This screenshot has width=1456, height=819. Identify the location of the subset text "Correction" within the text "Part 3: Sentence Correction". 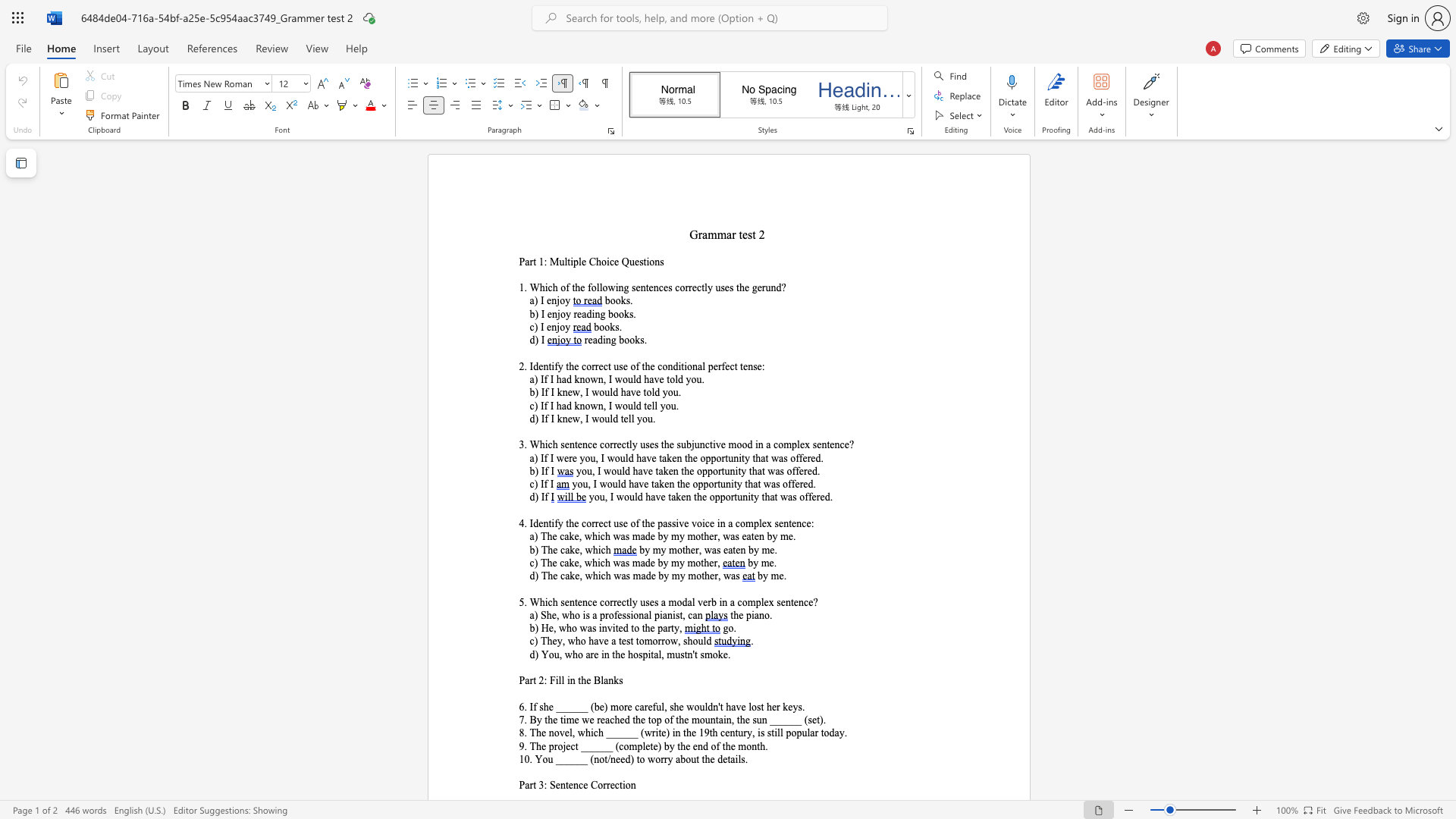
(589, 785).